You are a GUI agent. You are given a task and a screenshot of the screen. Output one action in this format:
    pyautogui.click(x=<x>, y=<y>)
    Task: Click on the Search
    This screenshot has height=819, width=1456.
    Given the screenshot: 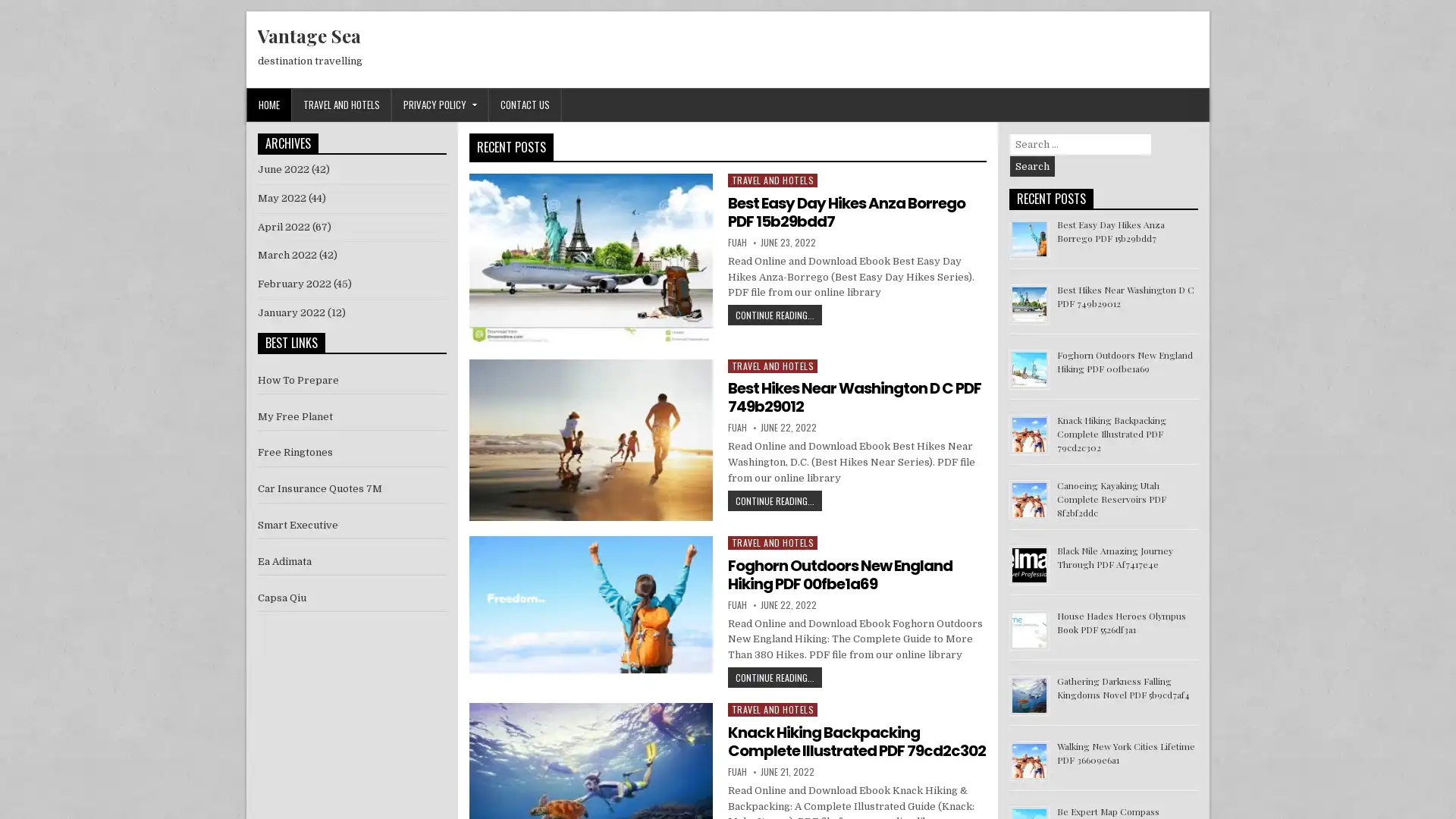 What is the action you would take?
    pyautogui.click(x=1031, y=166)
    